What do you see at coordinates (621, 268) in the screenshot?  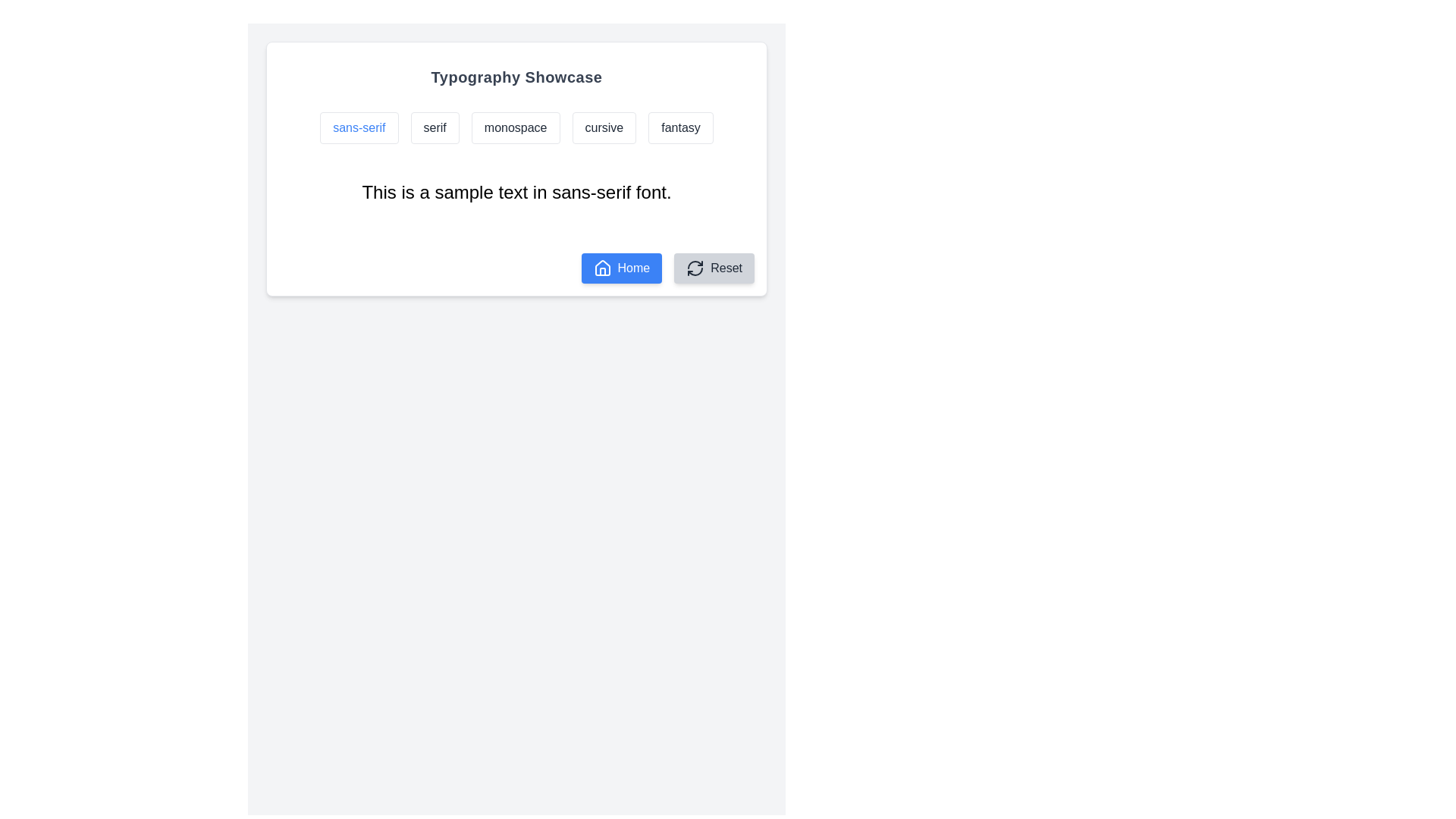 I see `the blue 'Home' button with a house icon` at bounding box center [621, 268].